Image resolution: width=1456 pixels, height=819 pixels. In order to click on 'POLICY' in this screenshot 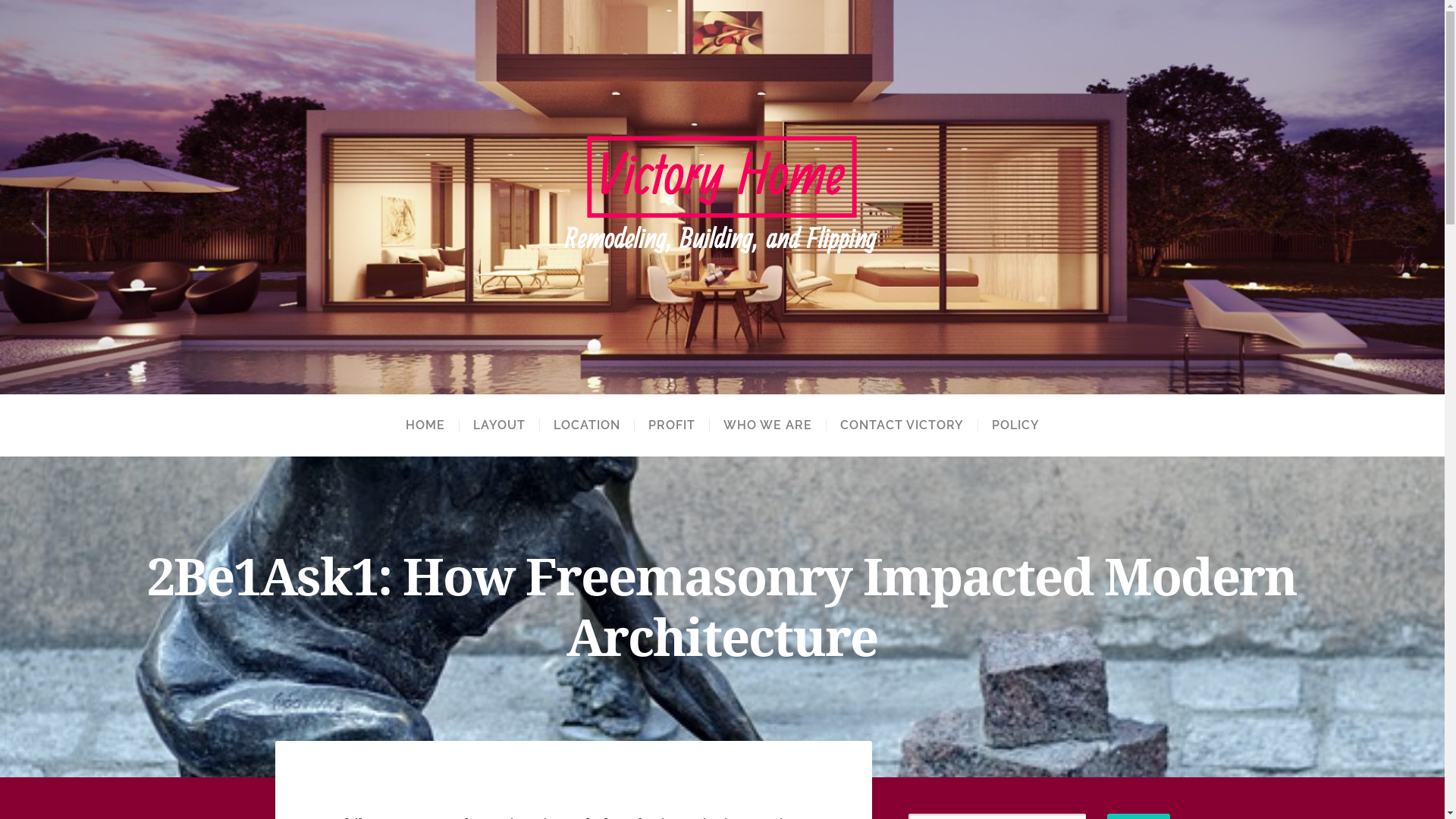, I will do `click(976, 425)`.